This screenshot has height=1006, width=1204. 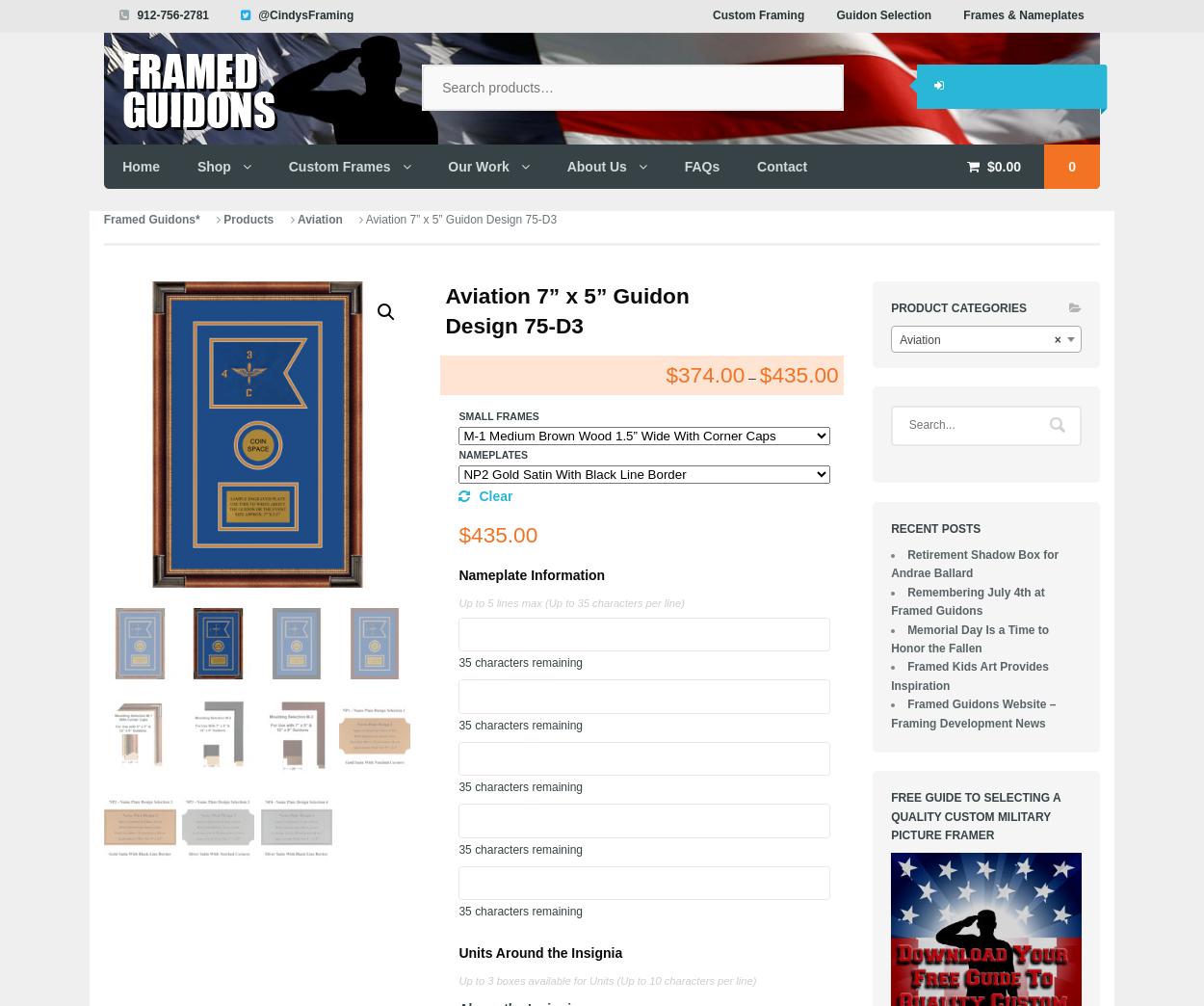 I want to click on 'Free Guide To Selecting A Quality Custom Military Picture Framer', so click(x=976, y=815).